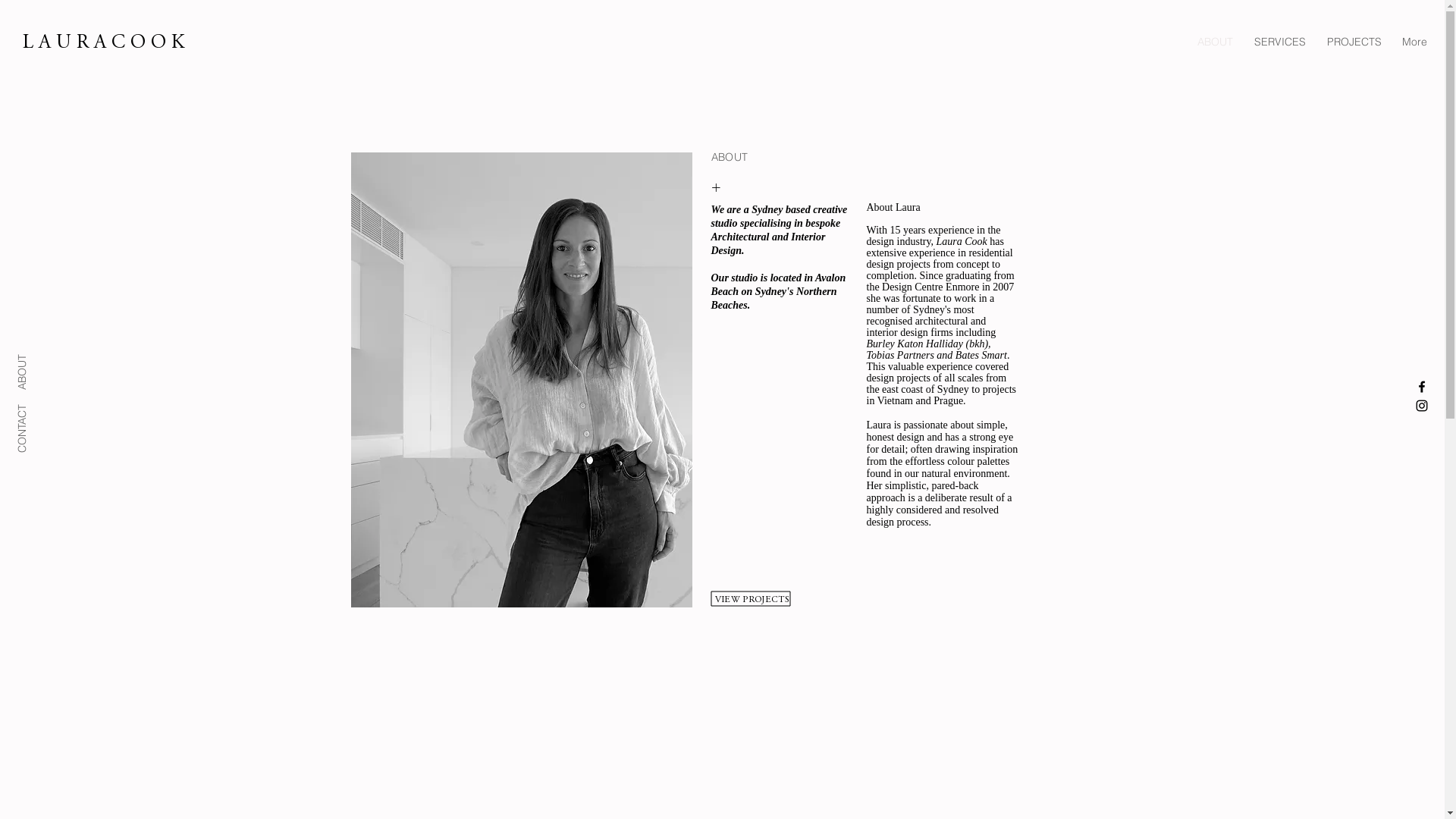 The width and height of the screenshot is (1456, 819). Describe the element at coordinates (1354, 40) in the screenshot. I see `'PROJECTS'` at that location.